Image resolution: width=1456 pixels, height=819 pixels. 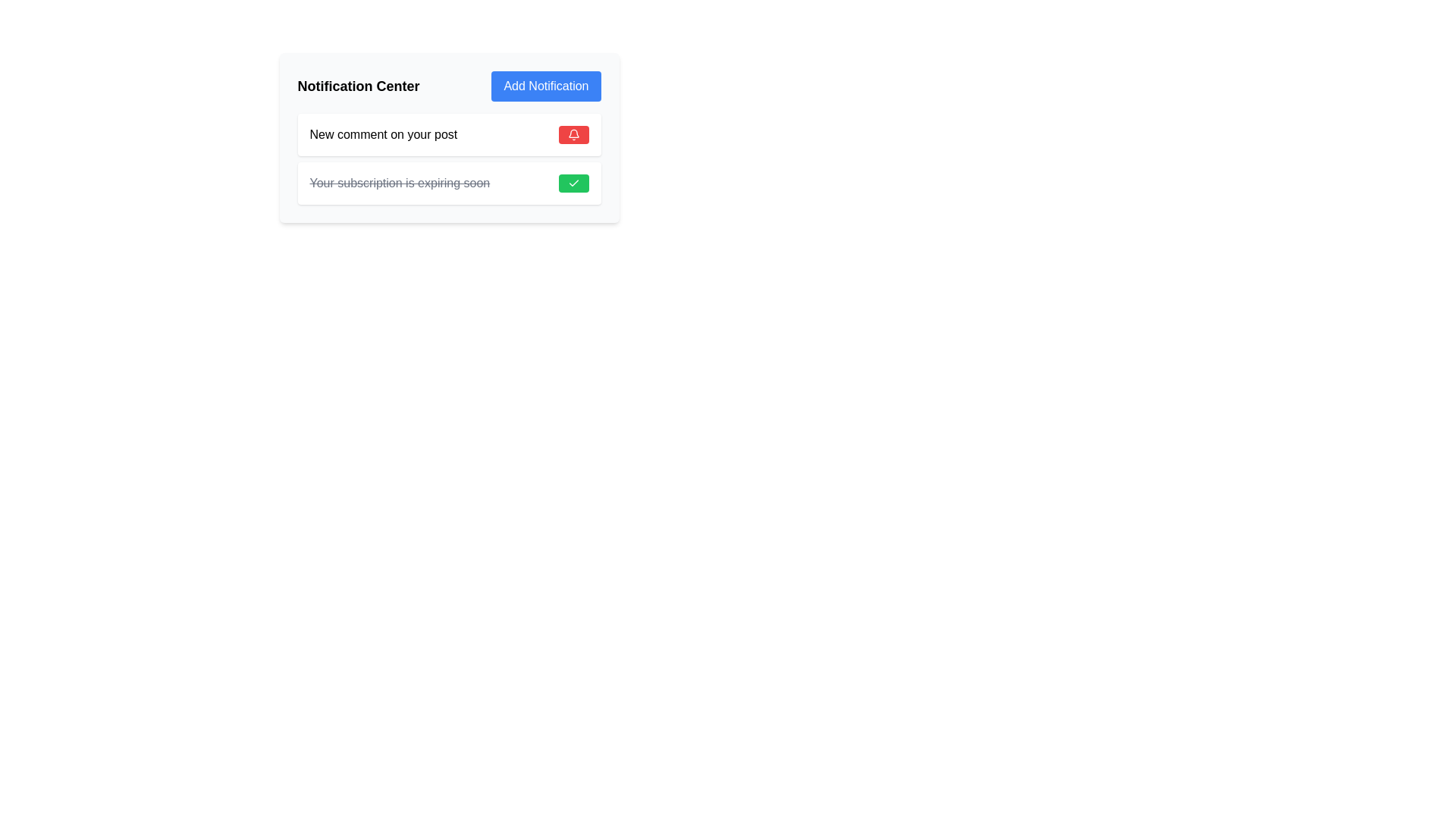 I want to click on the text label that says 'Your subscription is expiring soon', which is styled with a line-through effect and is gray-colored, located within a notification card near the bottom of the notifications list, slightly to the left of the green confirmation button, so click(x=400, y=183).